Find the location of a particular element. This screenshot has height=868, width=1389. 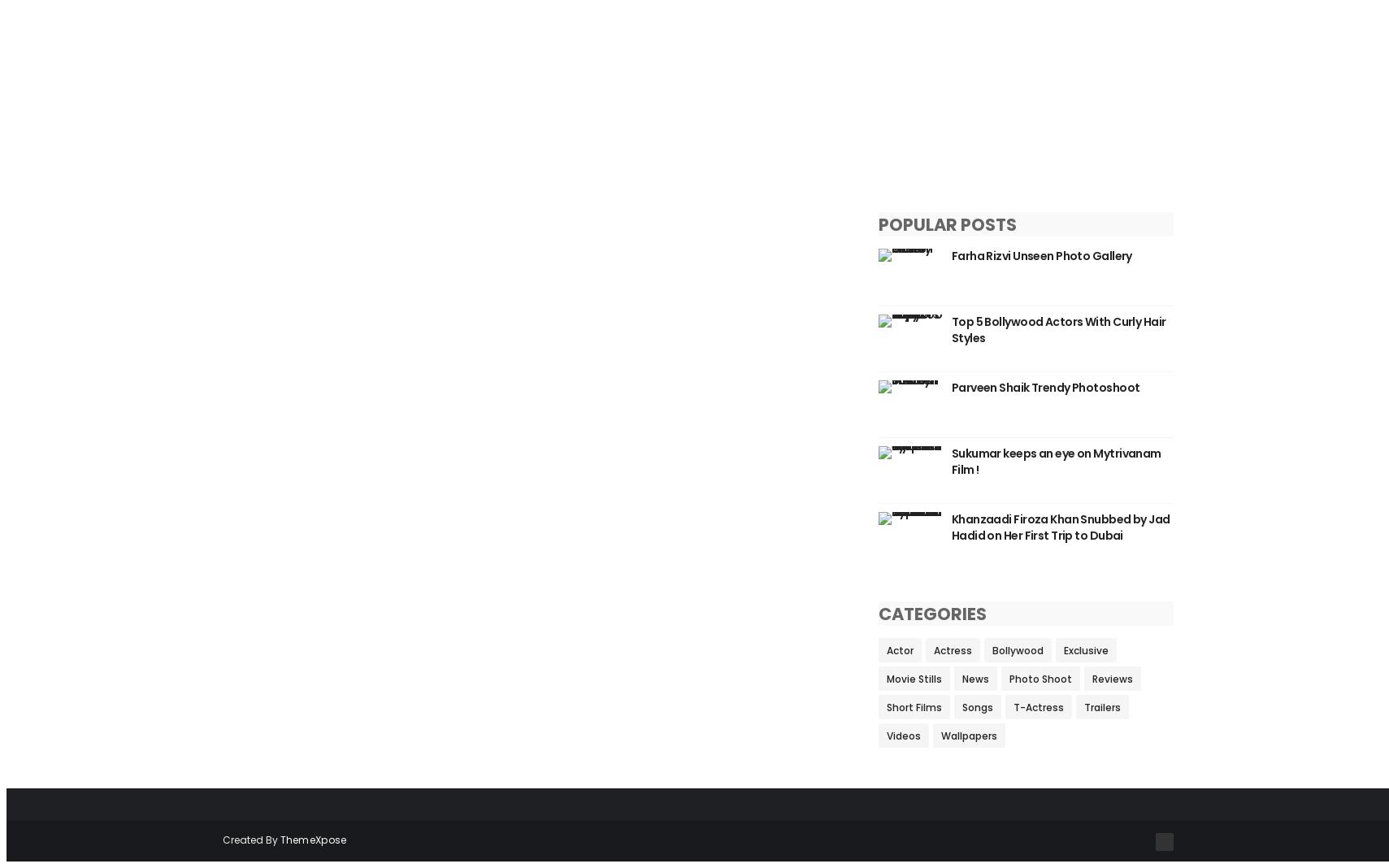

'Sukumar keeps an eye on Mytrivanam Film !' is located at coordinates (1056, 460).